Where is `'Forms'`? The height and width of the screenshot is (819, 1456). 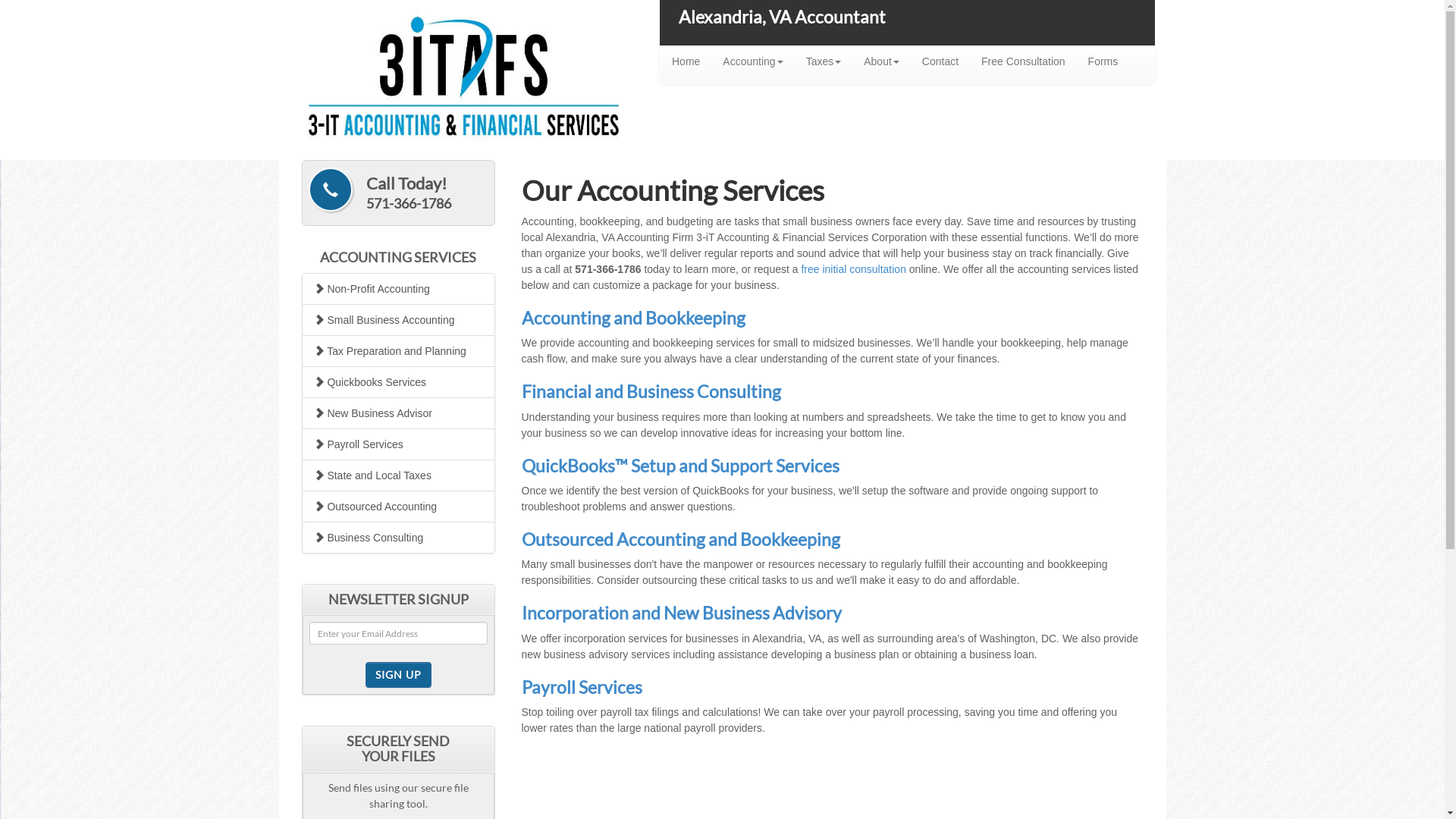 'Forms' is located at coordinates (1103, 61).